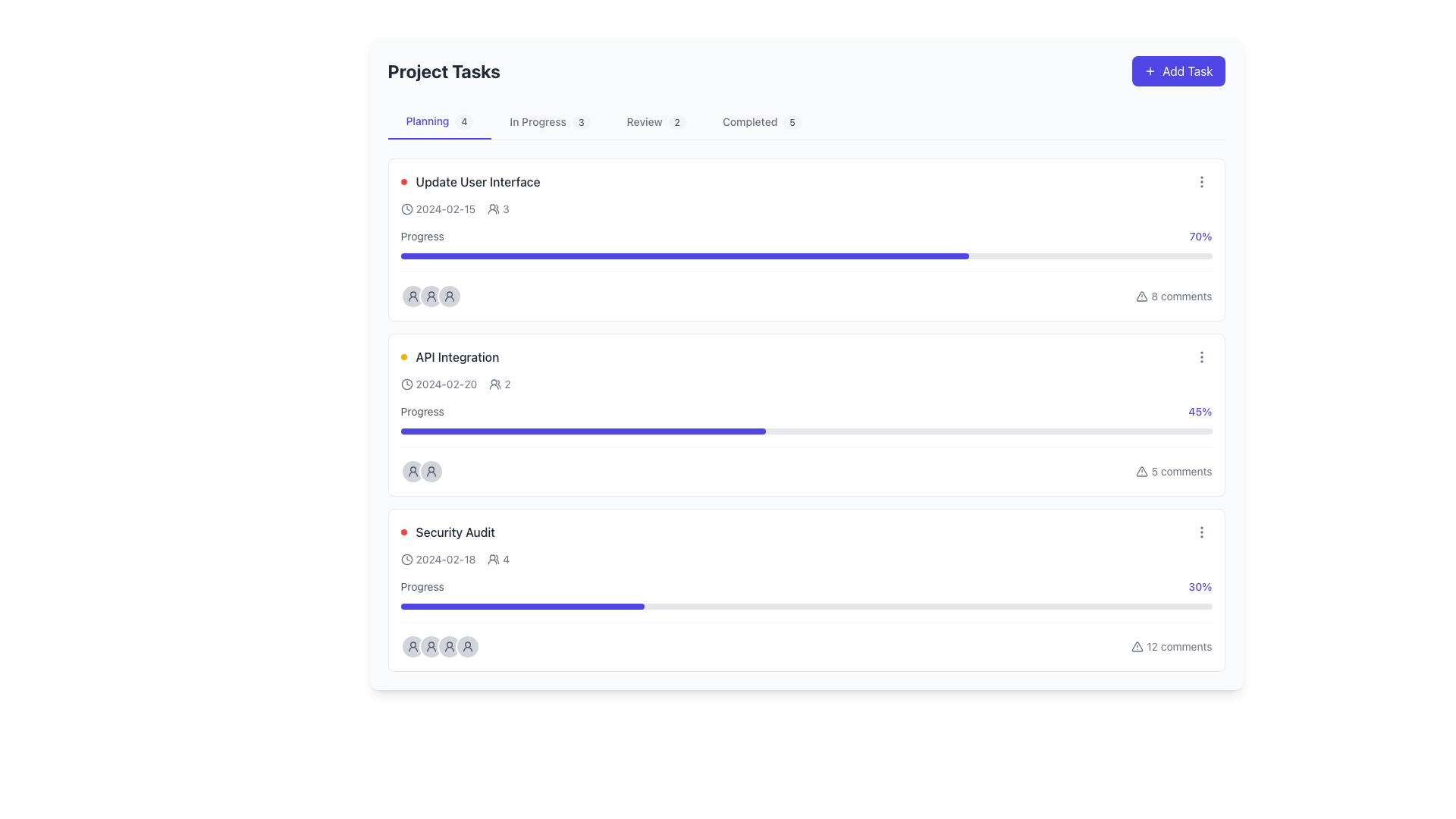  Describe the element at coordinates (1173, 470) in the screenshot. I see `the comments indicator text located in the lower-right corner of the 'API Integration' task card` at that location.